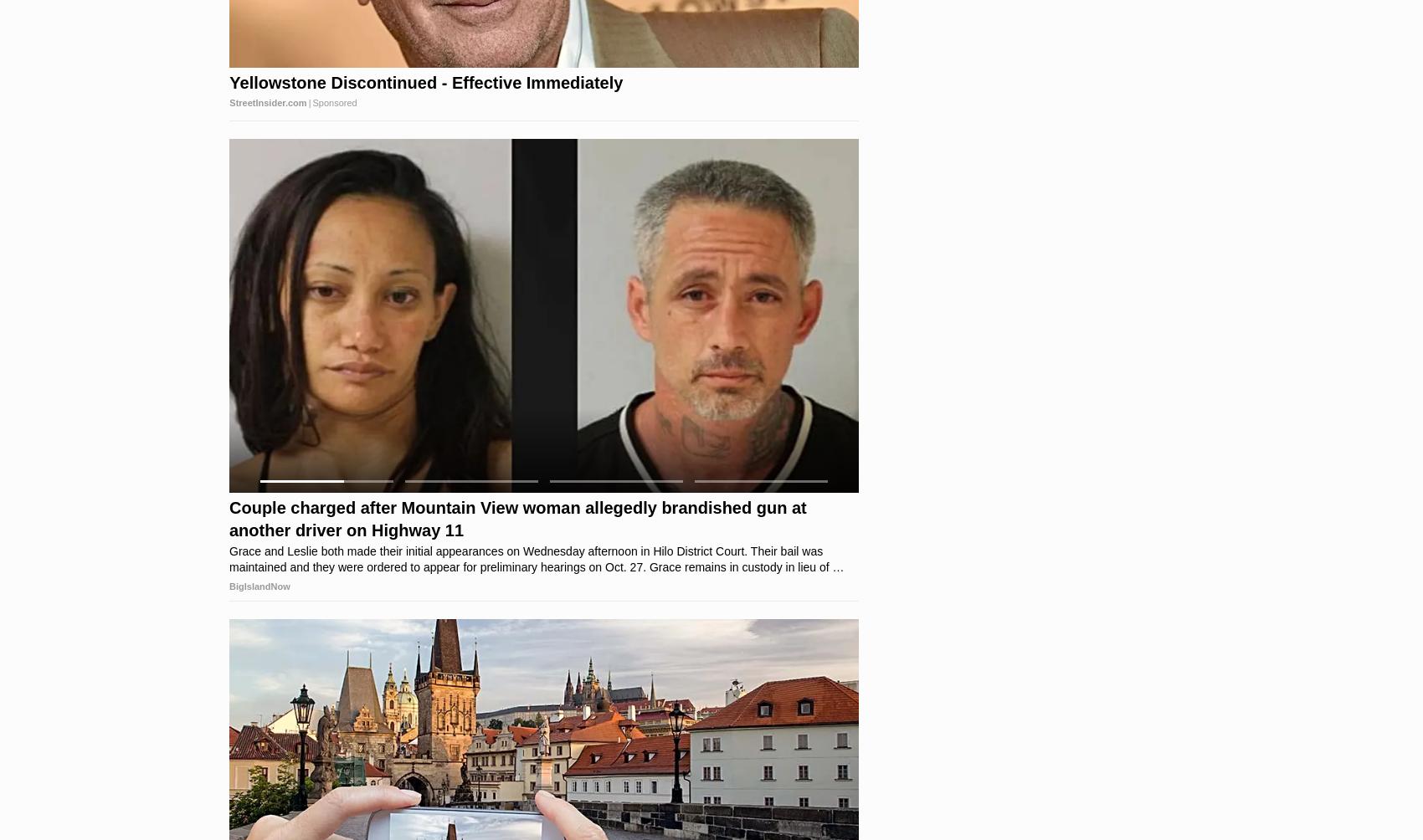  Describe the element at coordinates (516, 519) in the screenshot. I see `'Couple charged after Mountain View woman allegedly brandished gun at another driver on Highway 11'` at that location.